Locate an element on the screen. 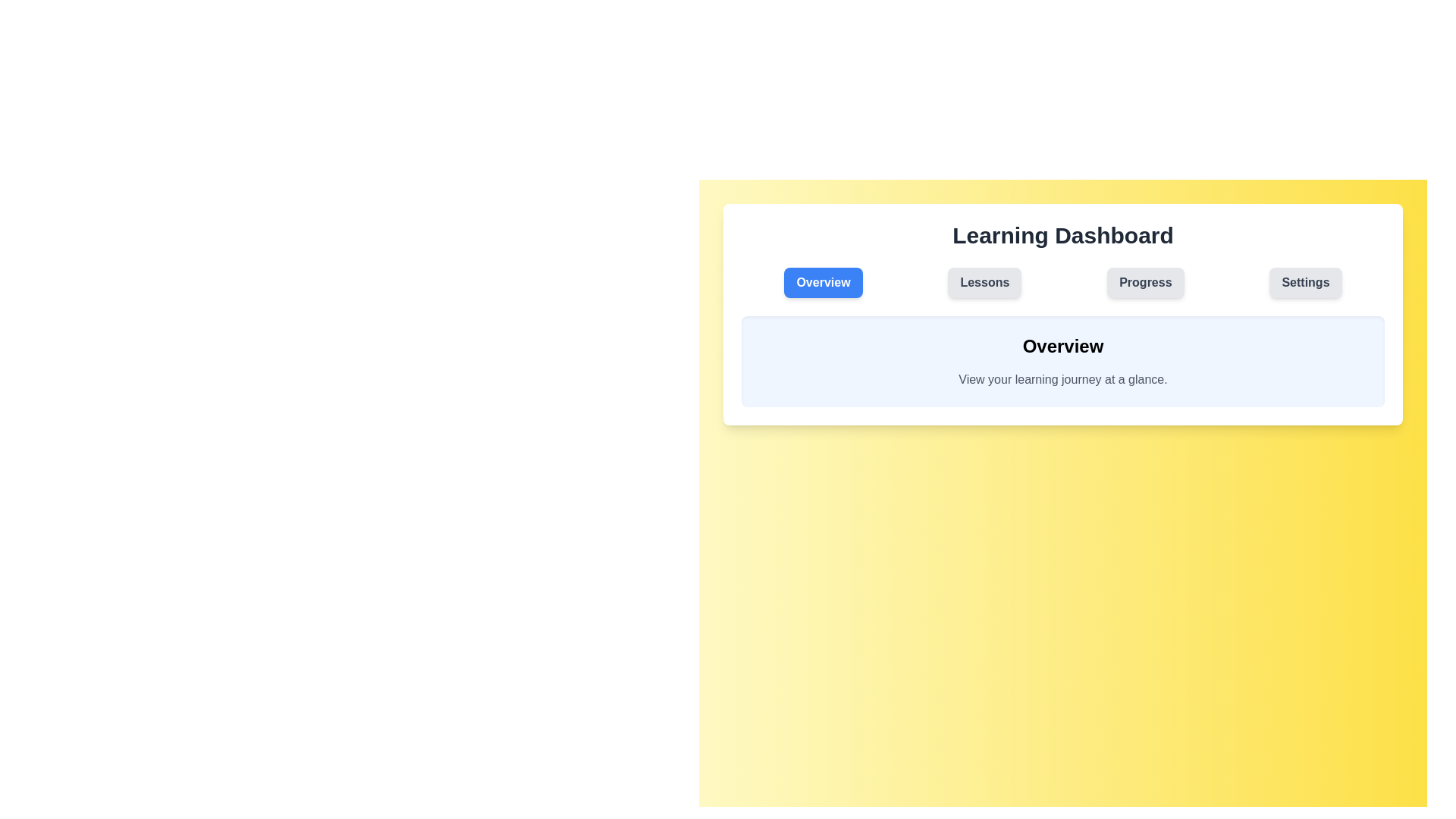 This screenshot has height=819, width=1456. the Overview tab to view its content is located at coordinates (822, 283).